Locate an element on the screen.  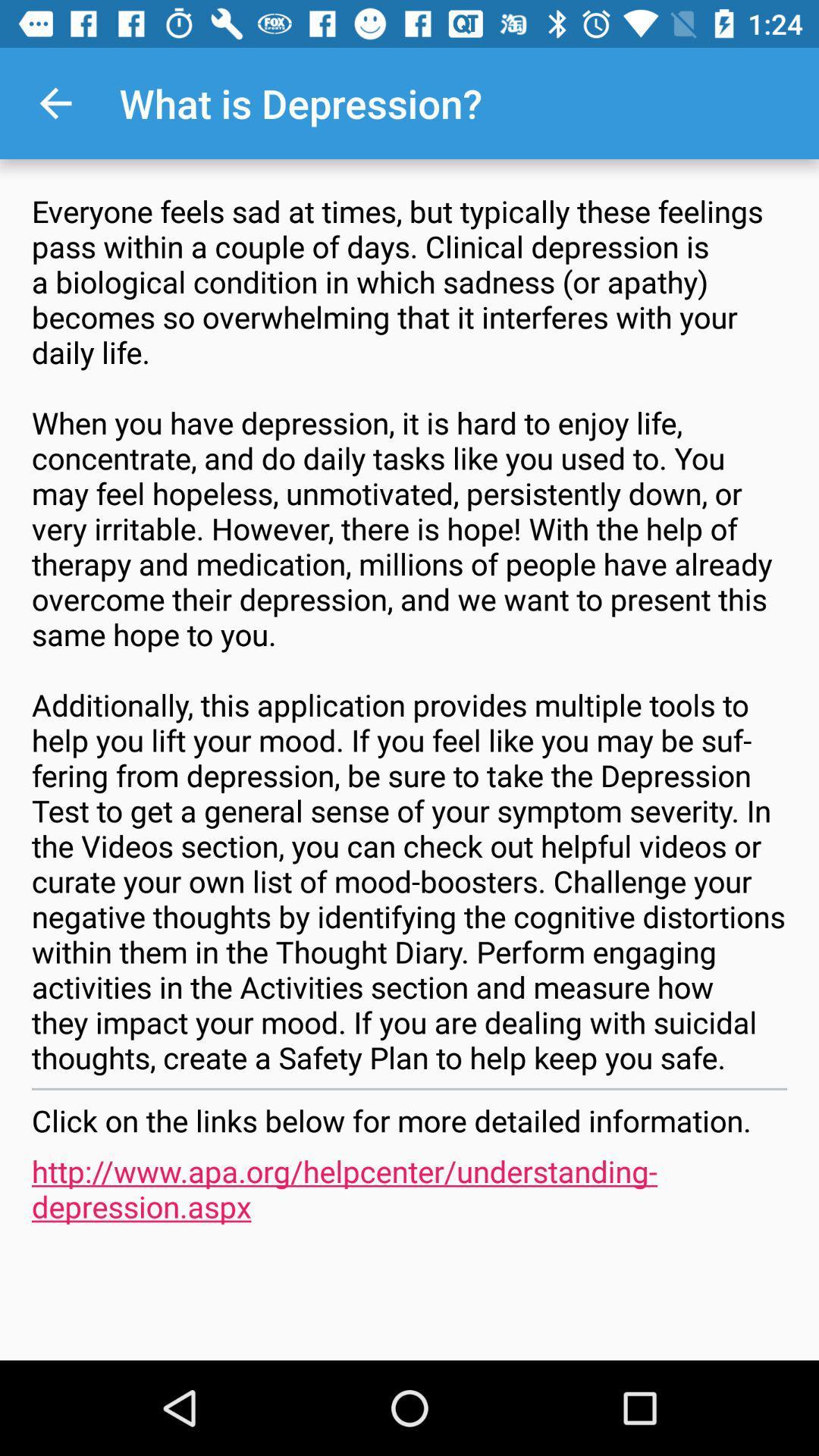
the http www apa app is located at coordinates (409, 1188).